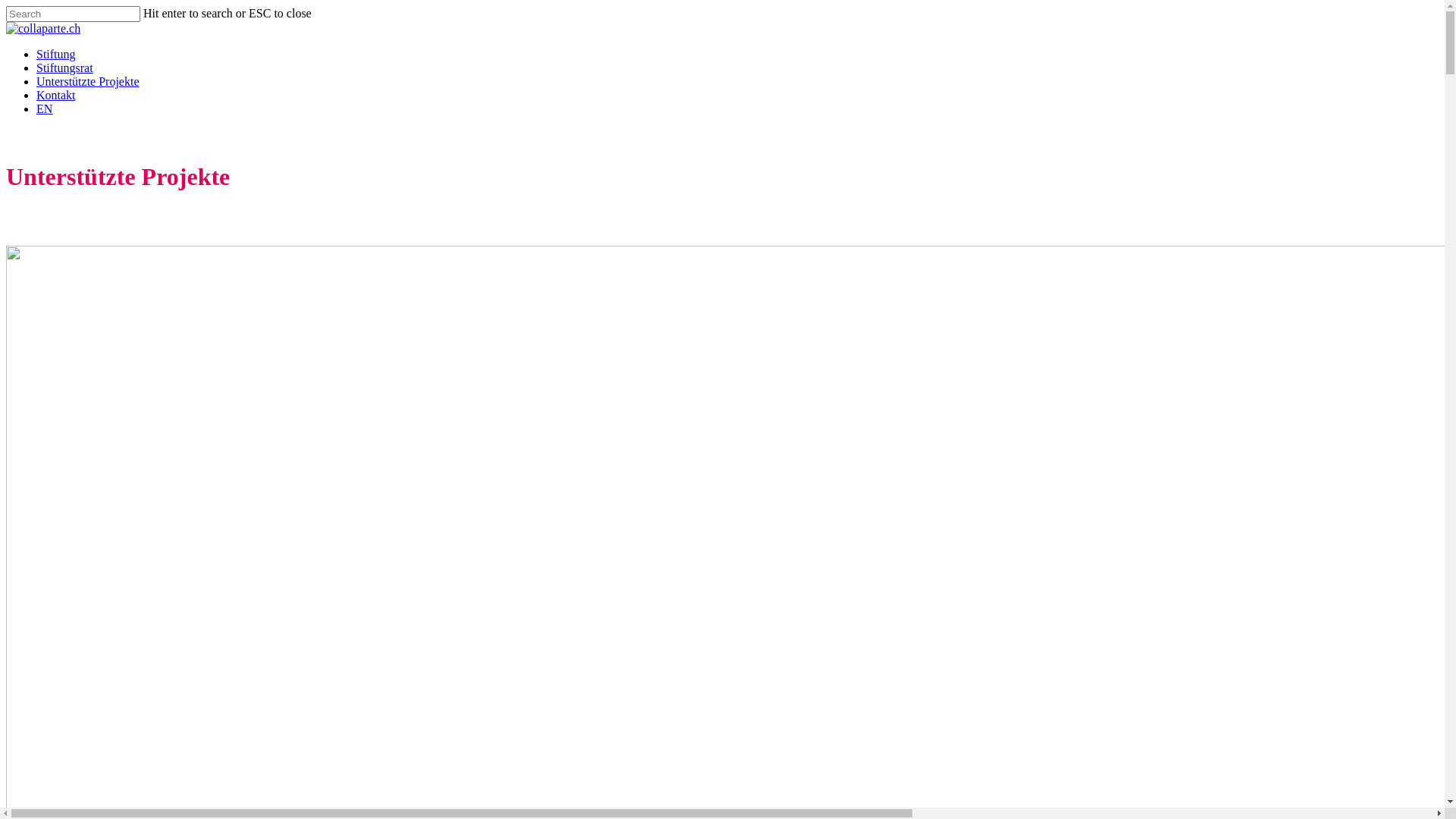 Image resolution: width=1456 pixels, height=819 pixels. What do you see at coordinates (36, 95) in the screenshot?
I see `'Kontakt'` at bounding box center [36, 95].